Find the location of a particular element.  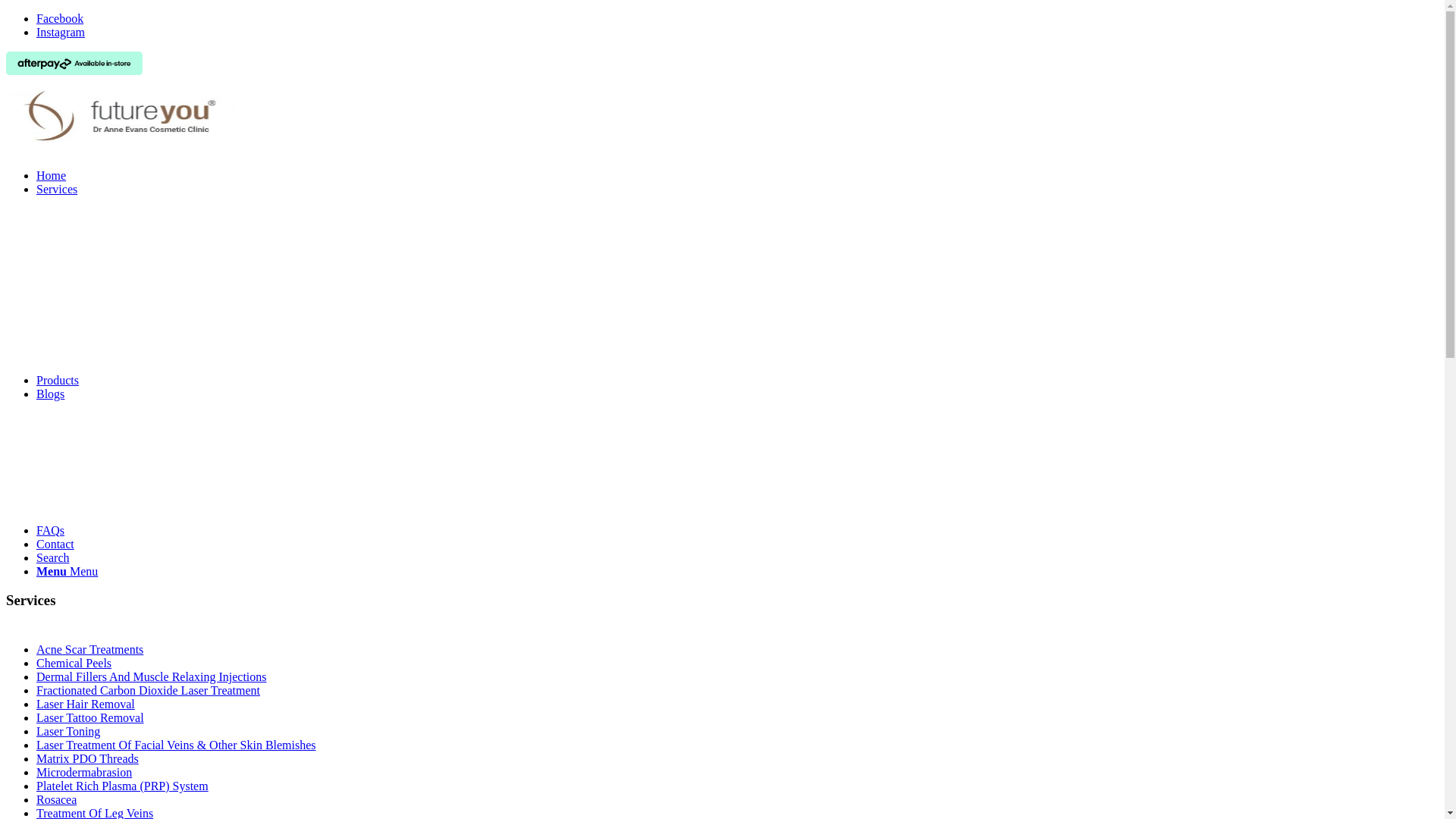

'Blogs' is located at coordinates (50, 393).